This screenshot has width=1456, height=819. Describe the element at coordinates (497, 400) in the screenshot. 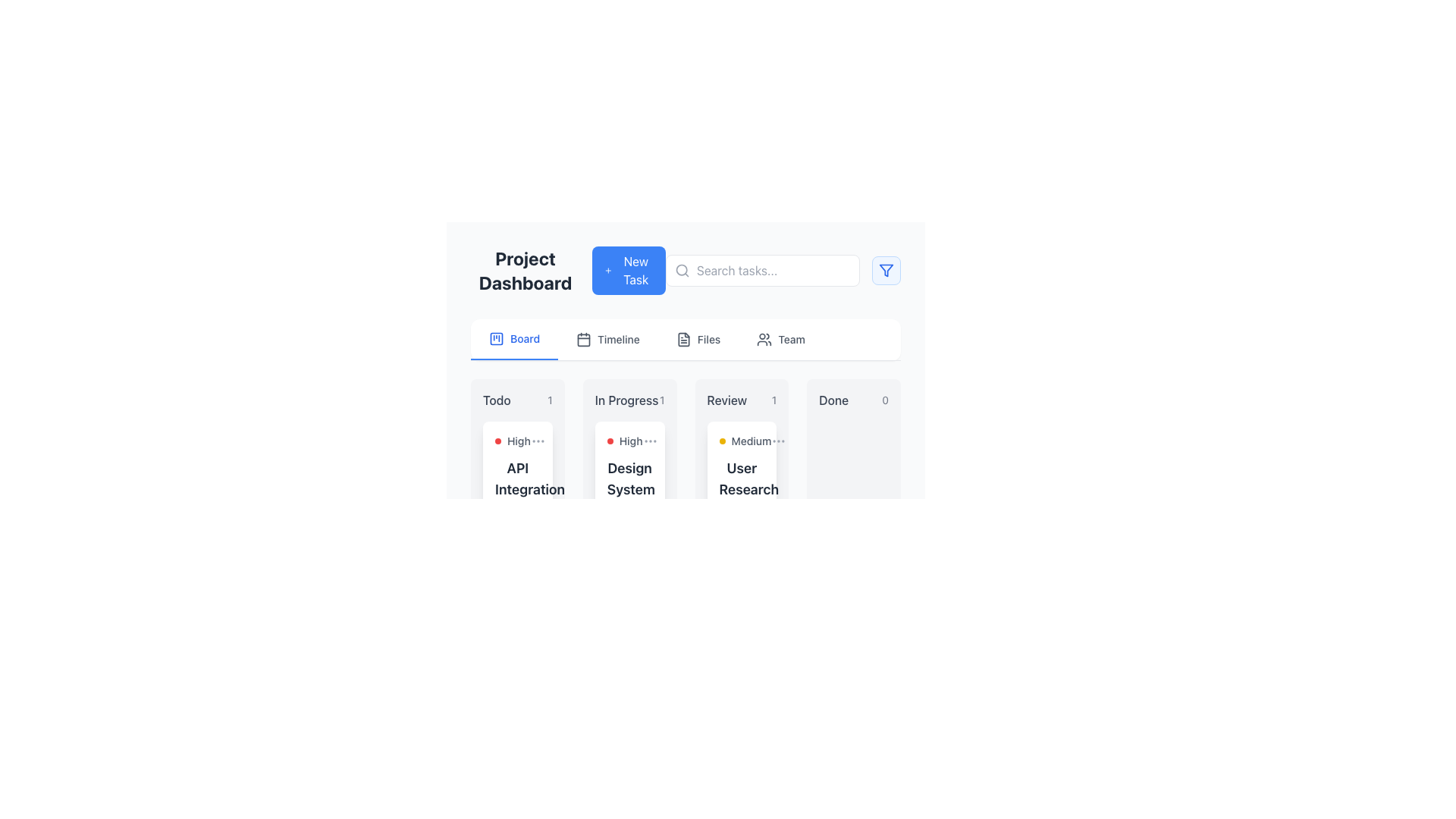

I see `the 'Todo' text label that categorizes a specific section in the application` at that location.